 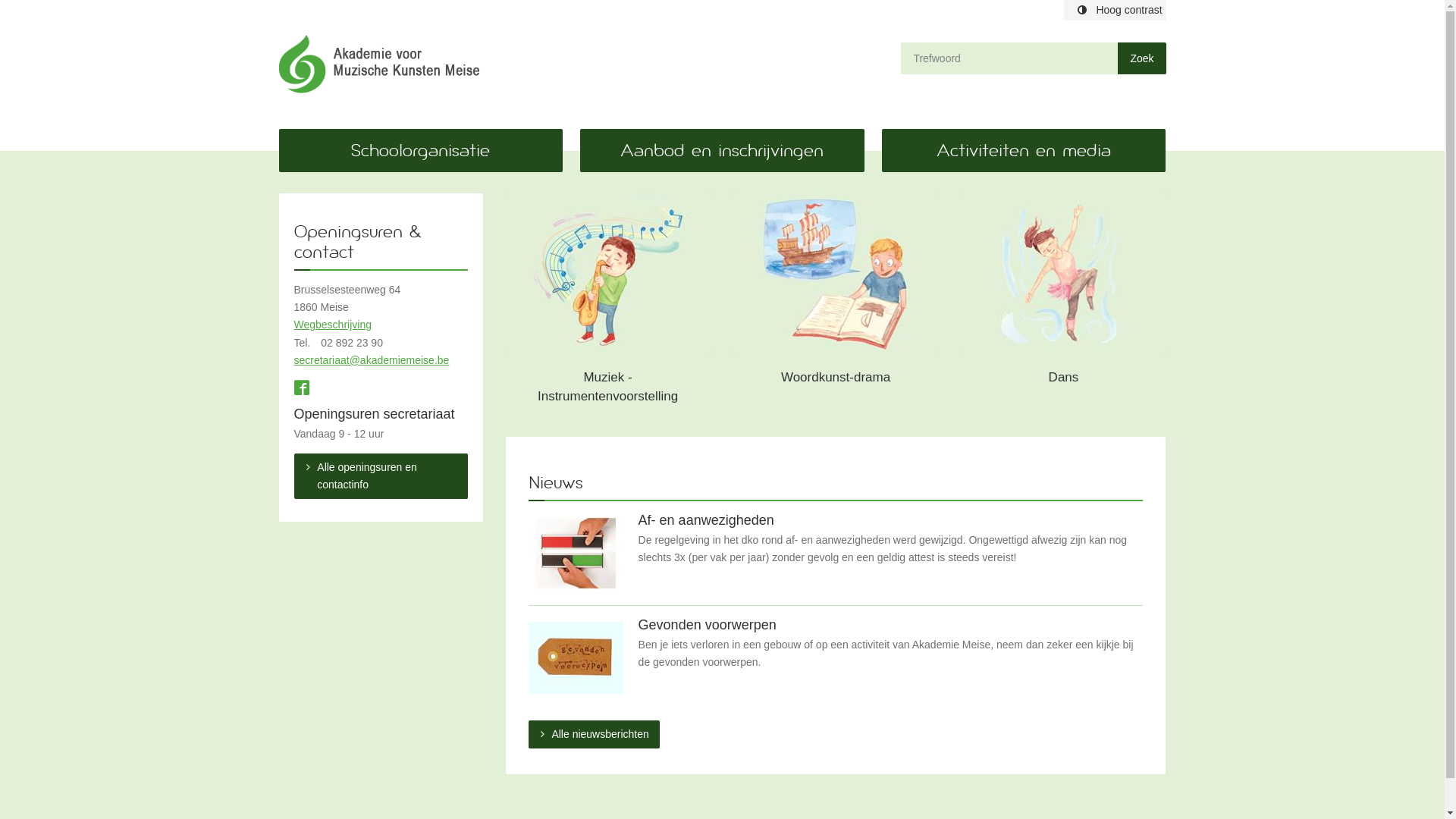 What do you see at coordinates (1023, 150) in the screenshot?
I see `'Activiteiten en media'` at bounding box center [1023, 150].